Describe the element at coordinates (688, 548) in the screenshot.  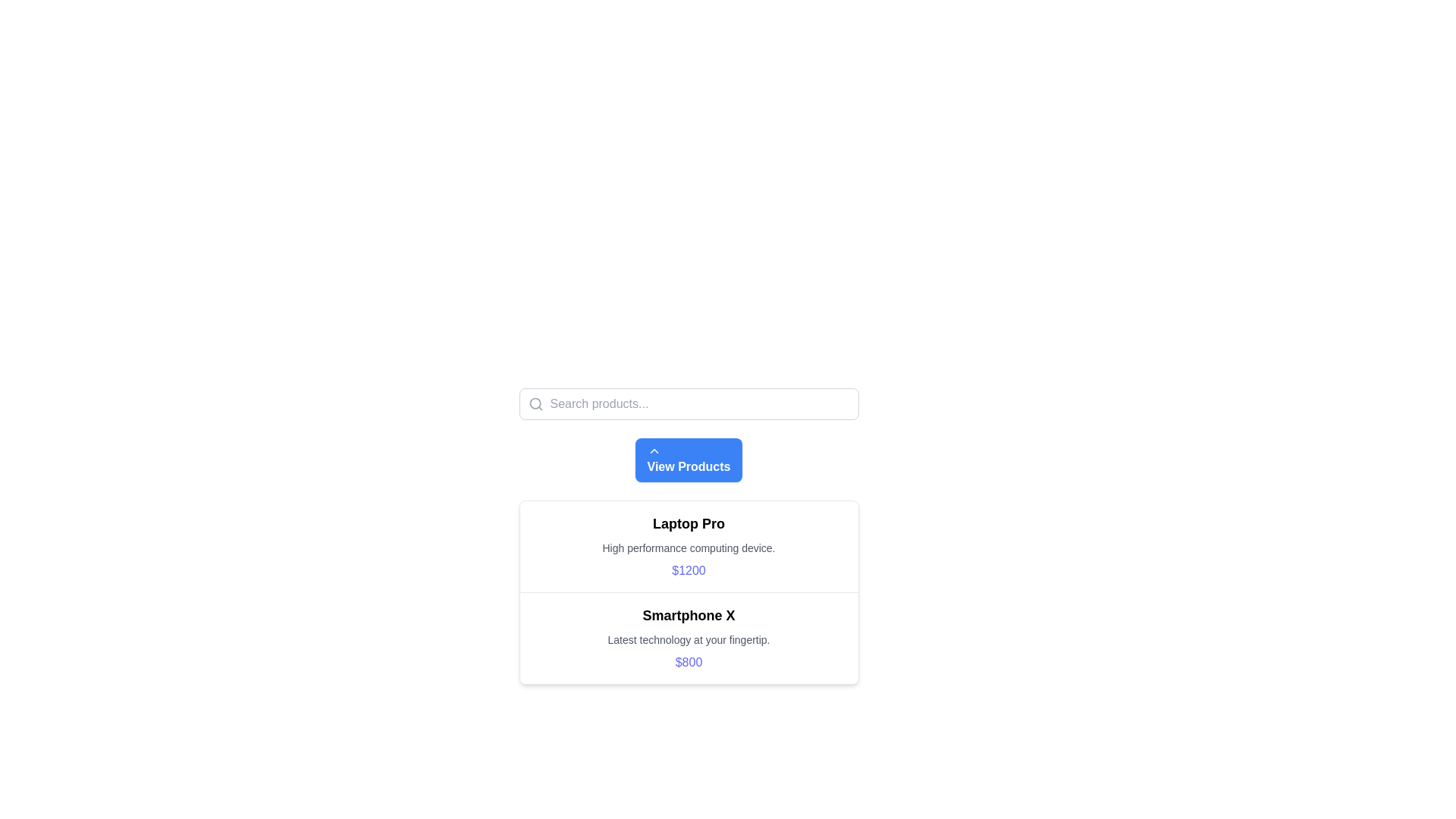
I see `text label displaying 'High performance computing device.' which is styled in a small, gray font and positioned centrally beneath the title 'Laptop Pro' and above the price text '$1200'` at that location.